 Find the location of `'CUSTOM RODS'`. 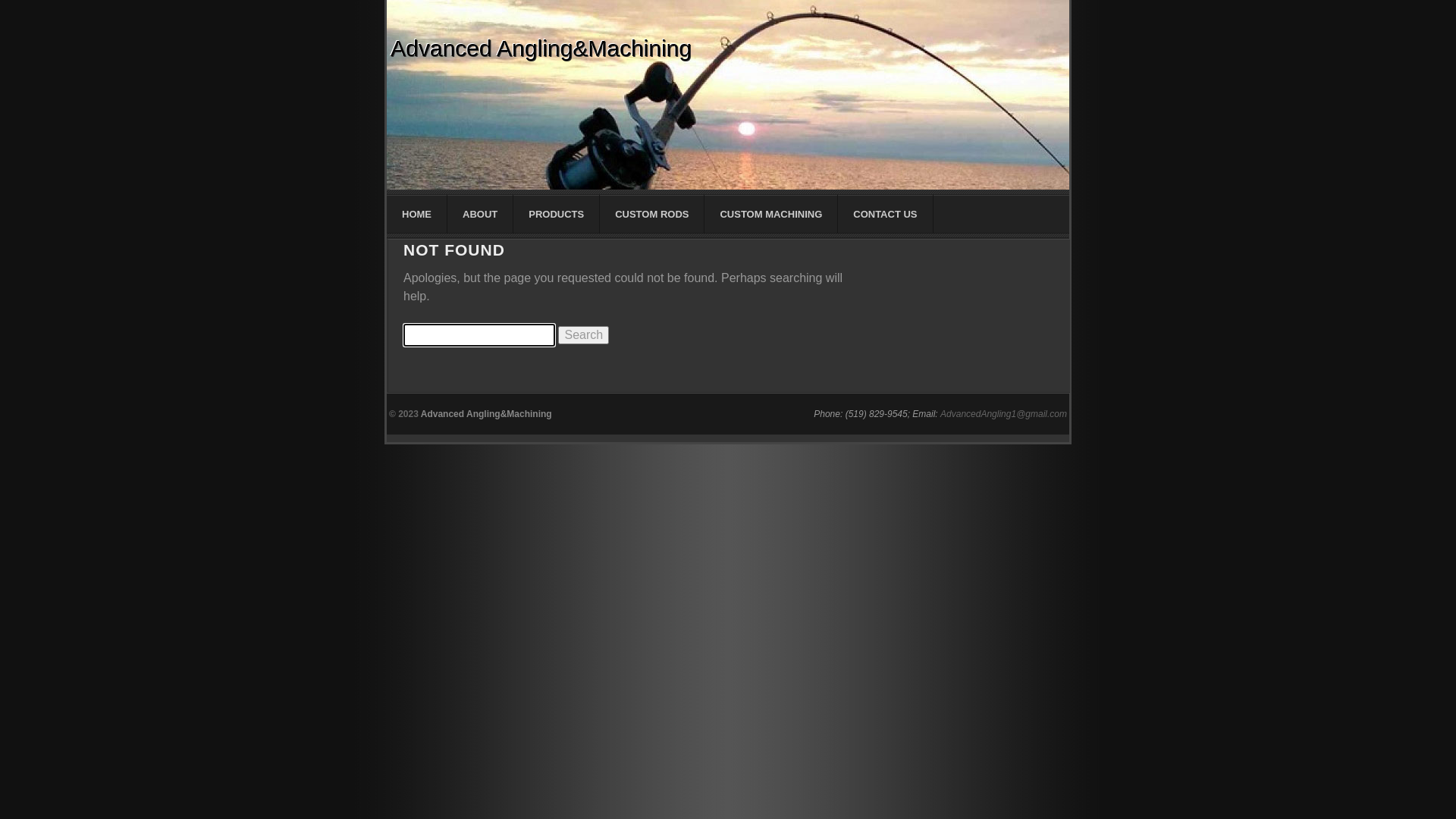

'CUSTOM RODS' is located at coordinates (651, 214).